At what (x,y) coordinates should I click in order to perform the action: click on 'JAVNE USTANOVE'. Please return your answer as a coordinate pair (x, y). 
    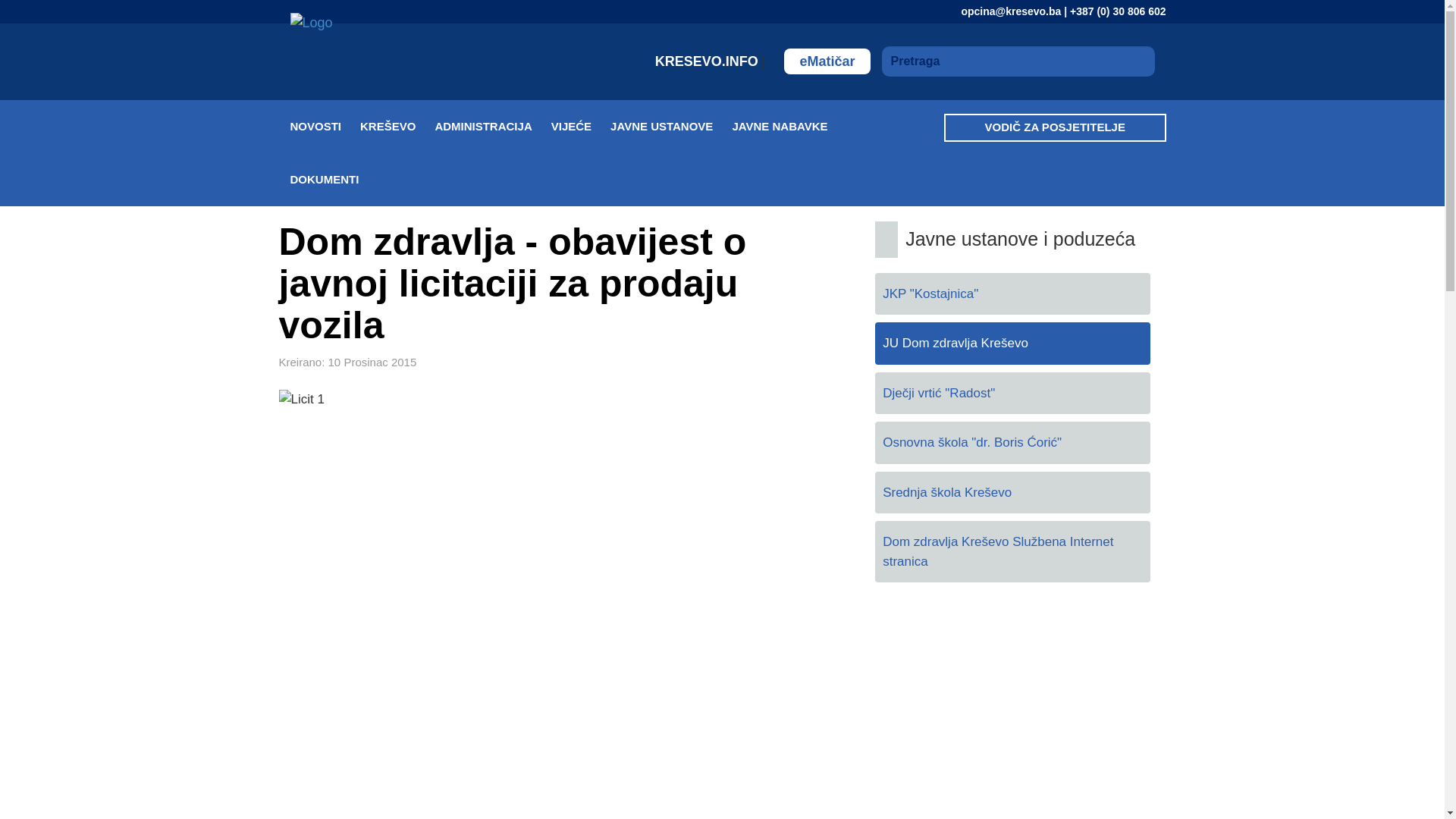
    Looking at the image, I should click on (670, 125).